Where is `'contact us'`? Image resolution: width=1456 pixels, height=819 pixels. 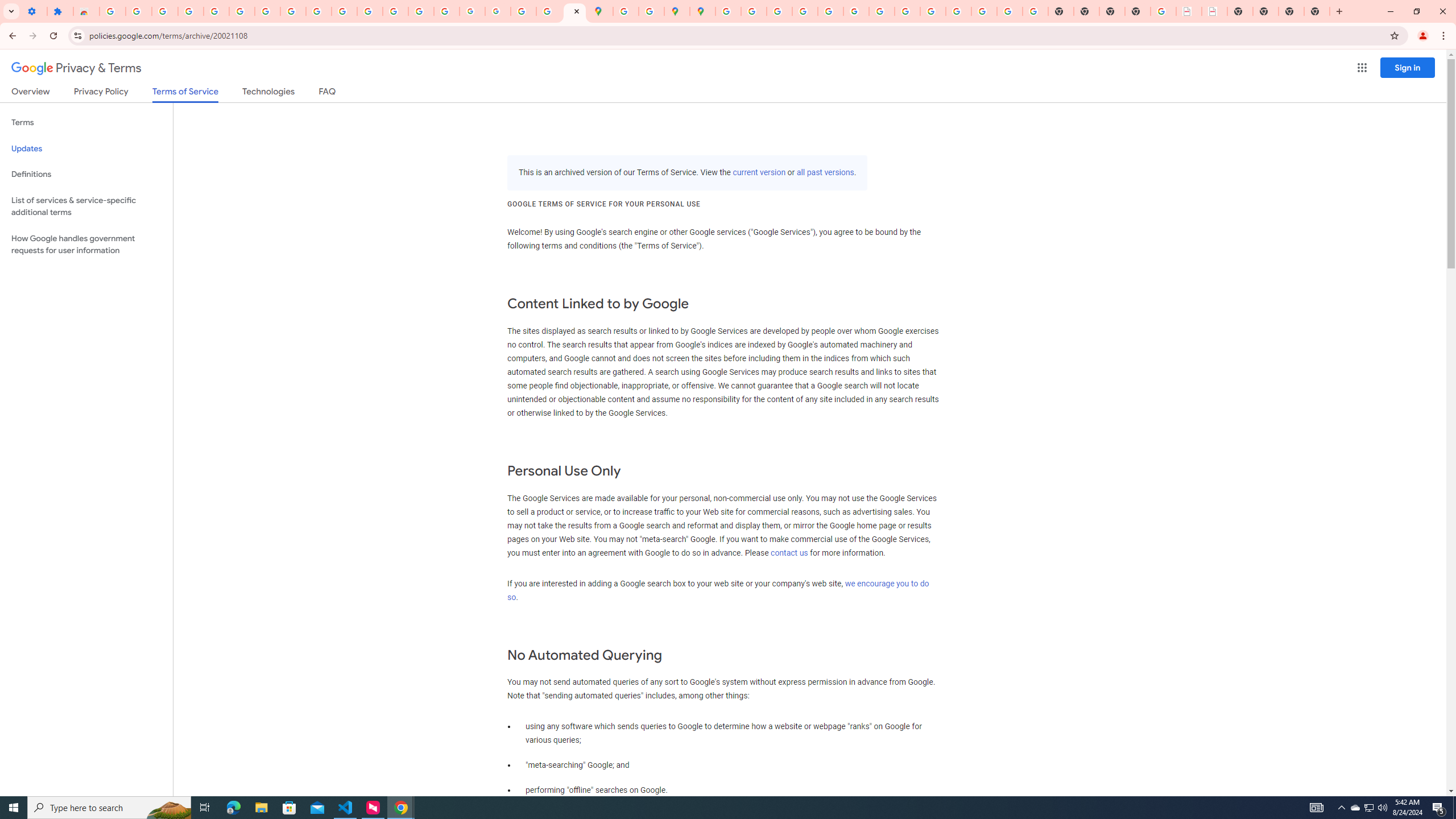 'contact us' is located at coordinates (788, 553).